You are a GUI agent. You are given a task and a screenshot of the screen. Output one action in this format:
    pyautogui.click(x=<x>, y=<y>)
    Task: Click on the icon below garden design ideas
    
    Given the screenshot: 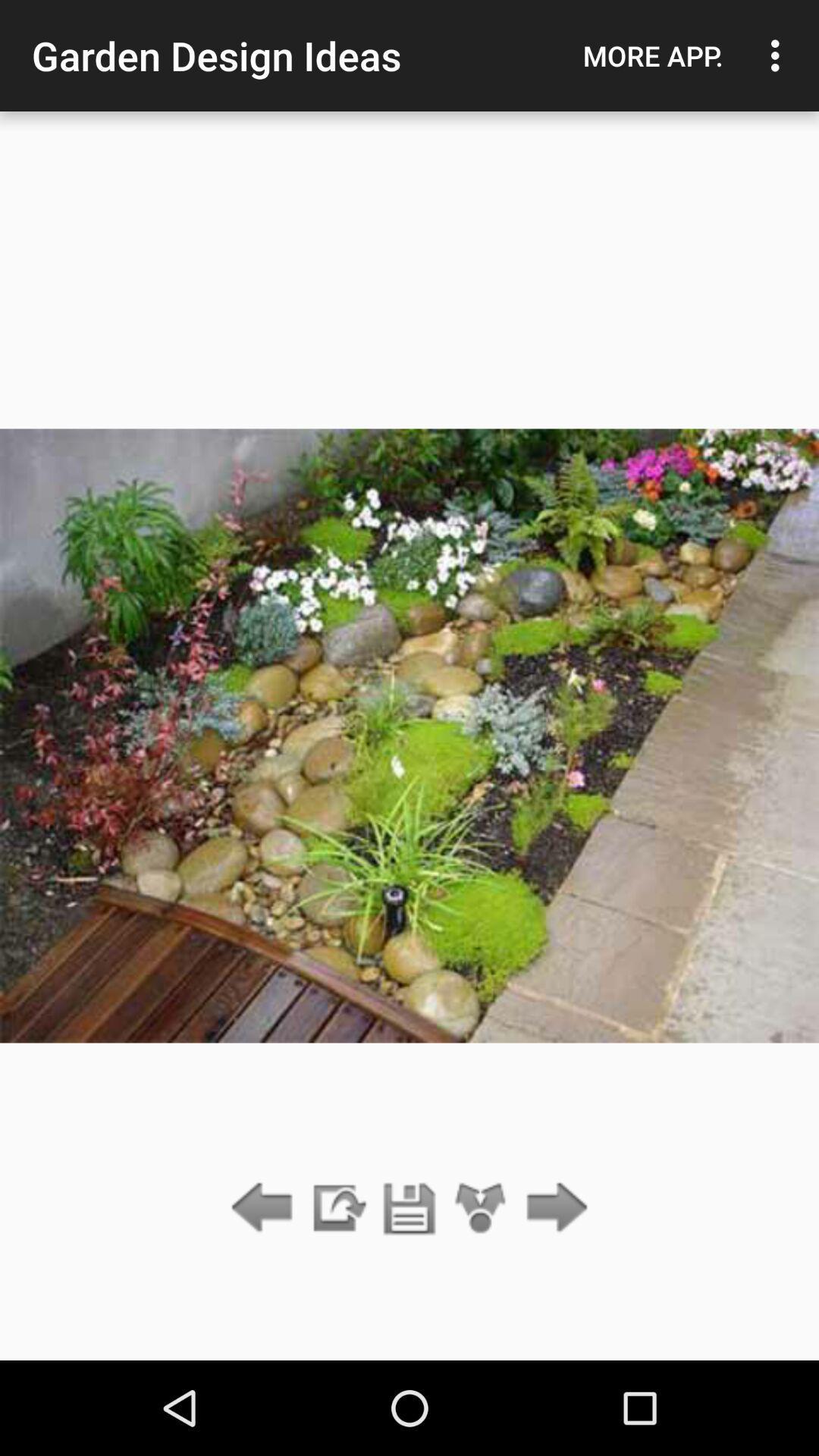 What is the action you would take?
    pyautogui.click(x=409, y=1208)
    